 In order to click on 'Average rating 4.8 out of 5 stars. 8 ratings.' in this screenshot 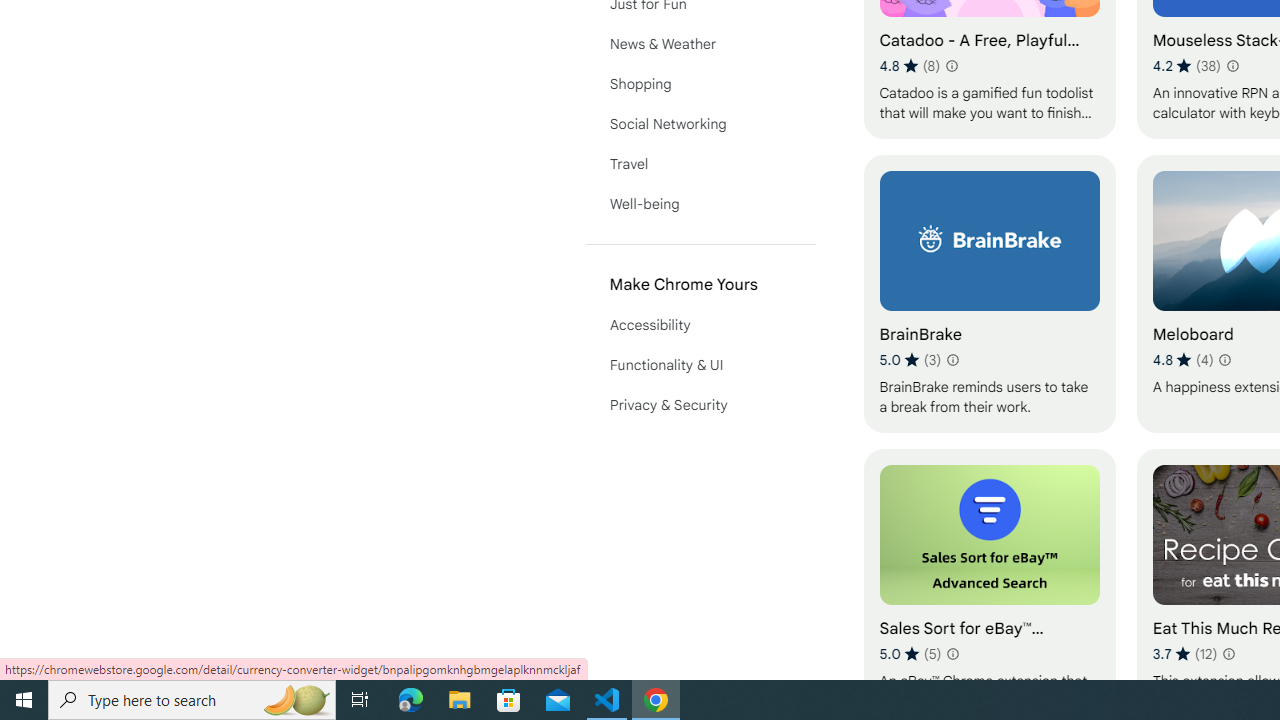, I will do `click(909, 65)`.